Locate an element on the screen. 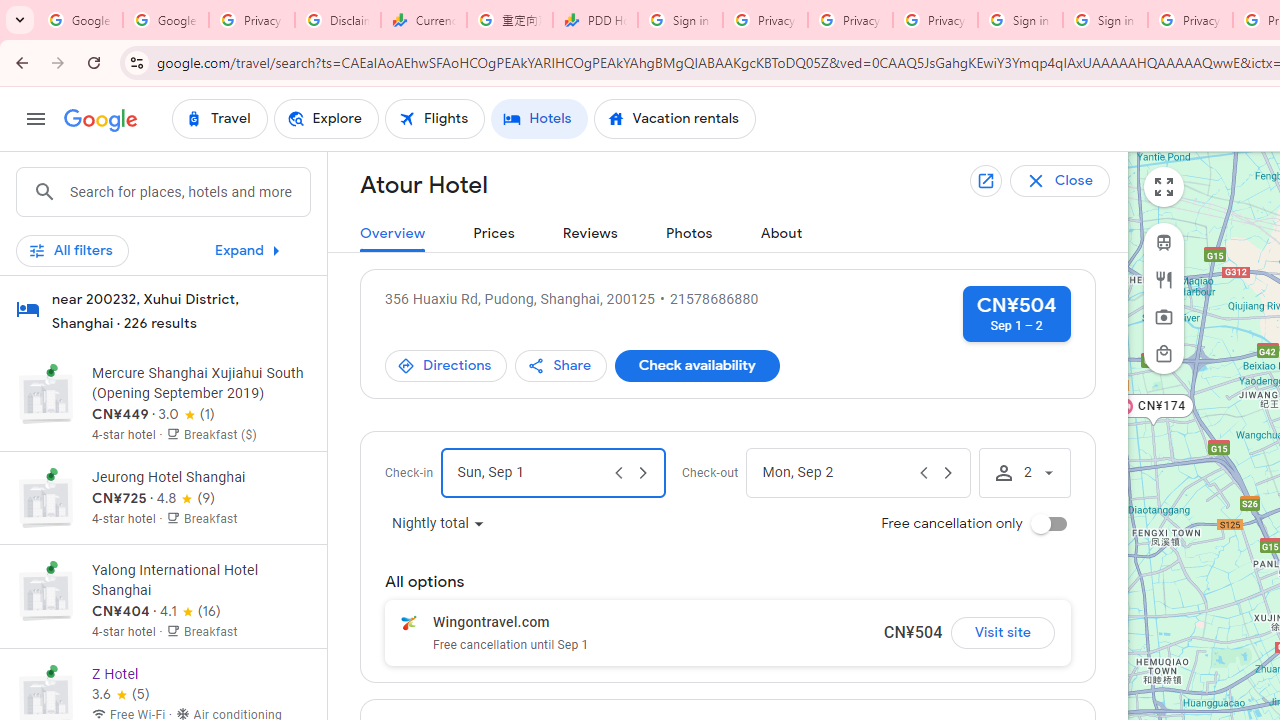  'Sign in - Google Accounts' is located at coordinates (1104, 20).